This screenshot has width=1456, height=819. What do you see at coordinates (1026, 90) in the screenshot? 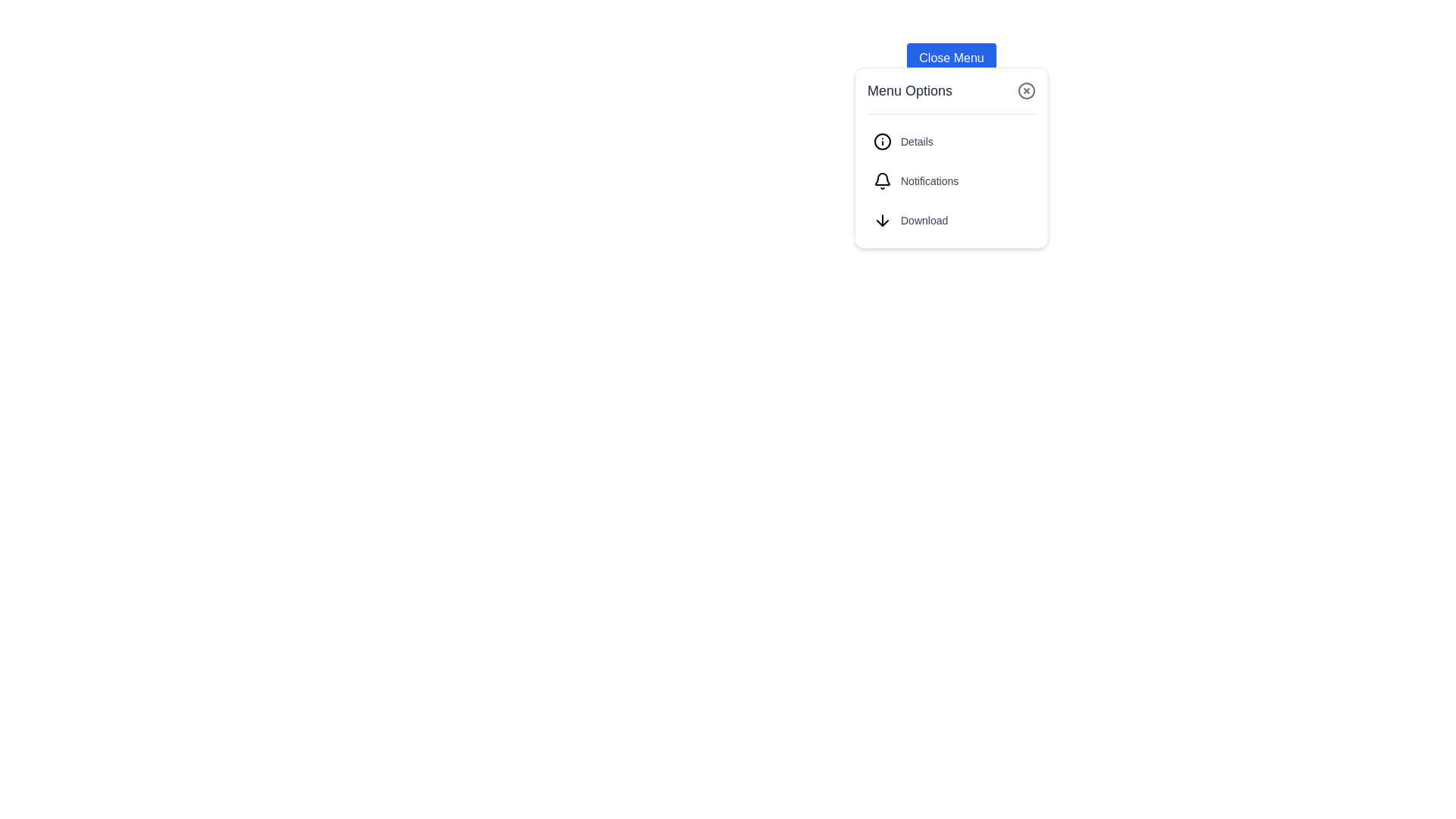
I see `the close icon located in the upper-right corner of the 'Menu Options' dialog` at bounding box center [1026, 90].